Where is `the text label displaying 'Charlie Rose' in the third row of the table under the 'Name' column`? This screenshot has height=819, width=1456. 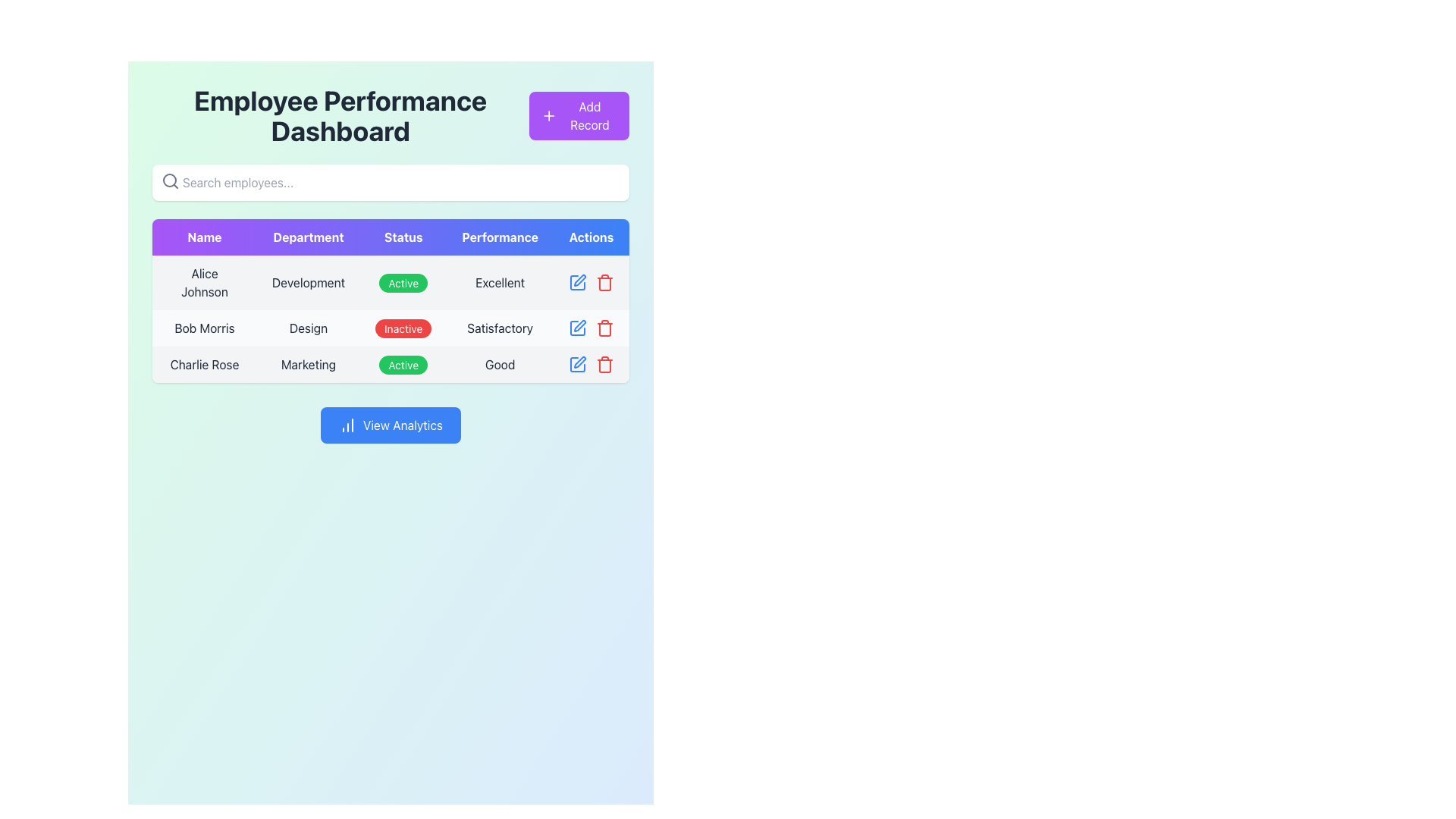 the text label displaying 'Charlie Rose' in the third row of the table under the 'Name' column is located at coordinates (203, 365).